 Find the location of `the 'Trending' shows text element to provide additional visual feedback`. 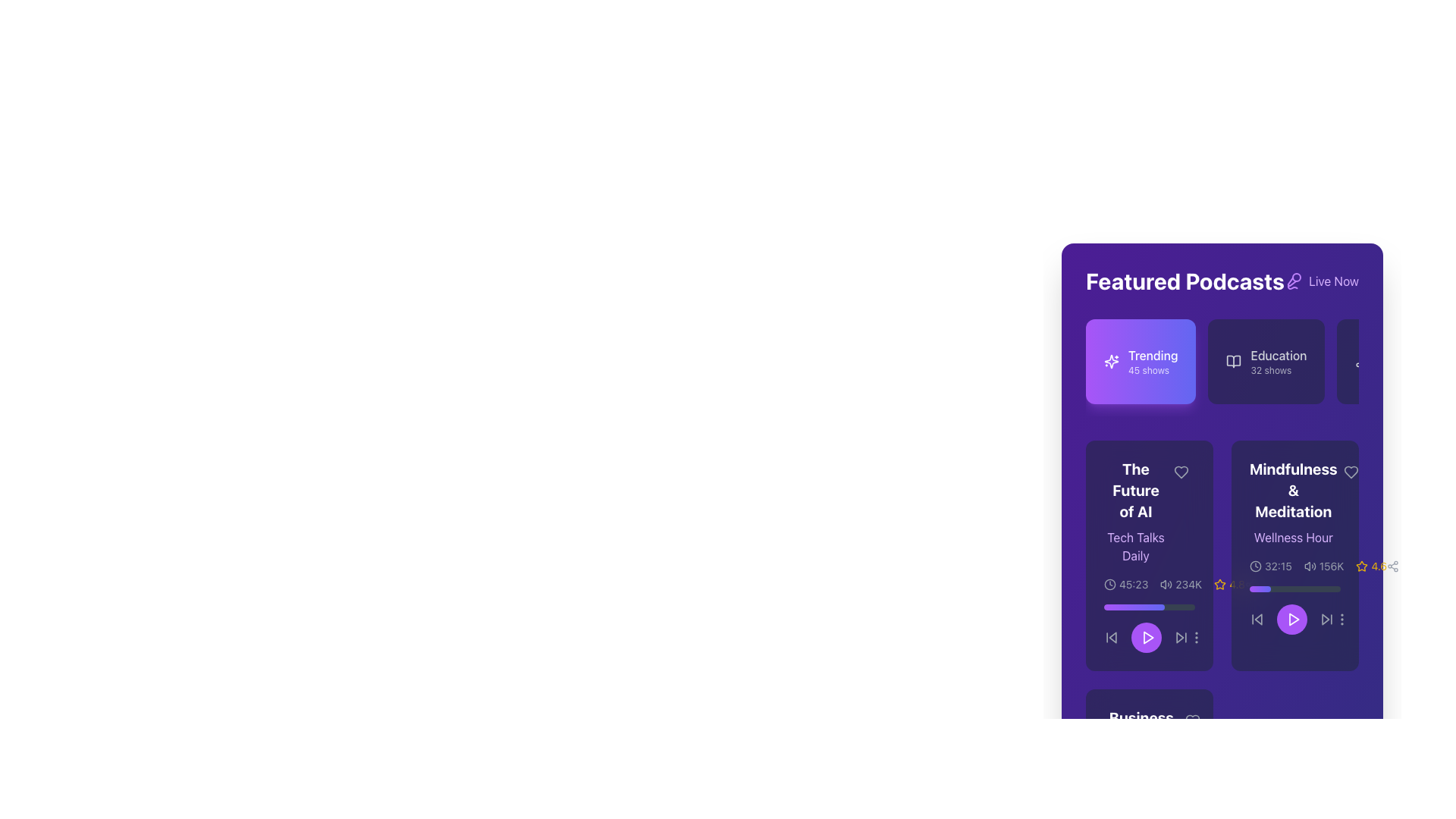

the 'Trending' shows text element to provide additional visual feedback is located at coordinates (1153, 362).